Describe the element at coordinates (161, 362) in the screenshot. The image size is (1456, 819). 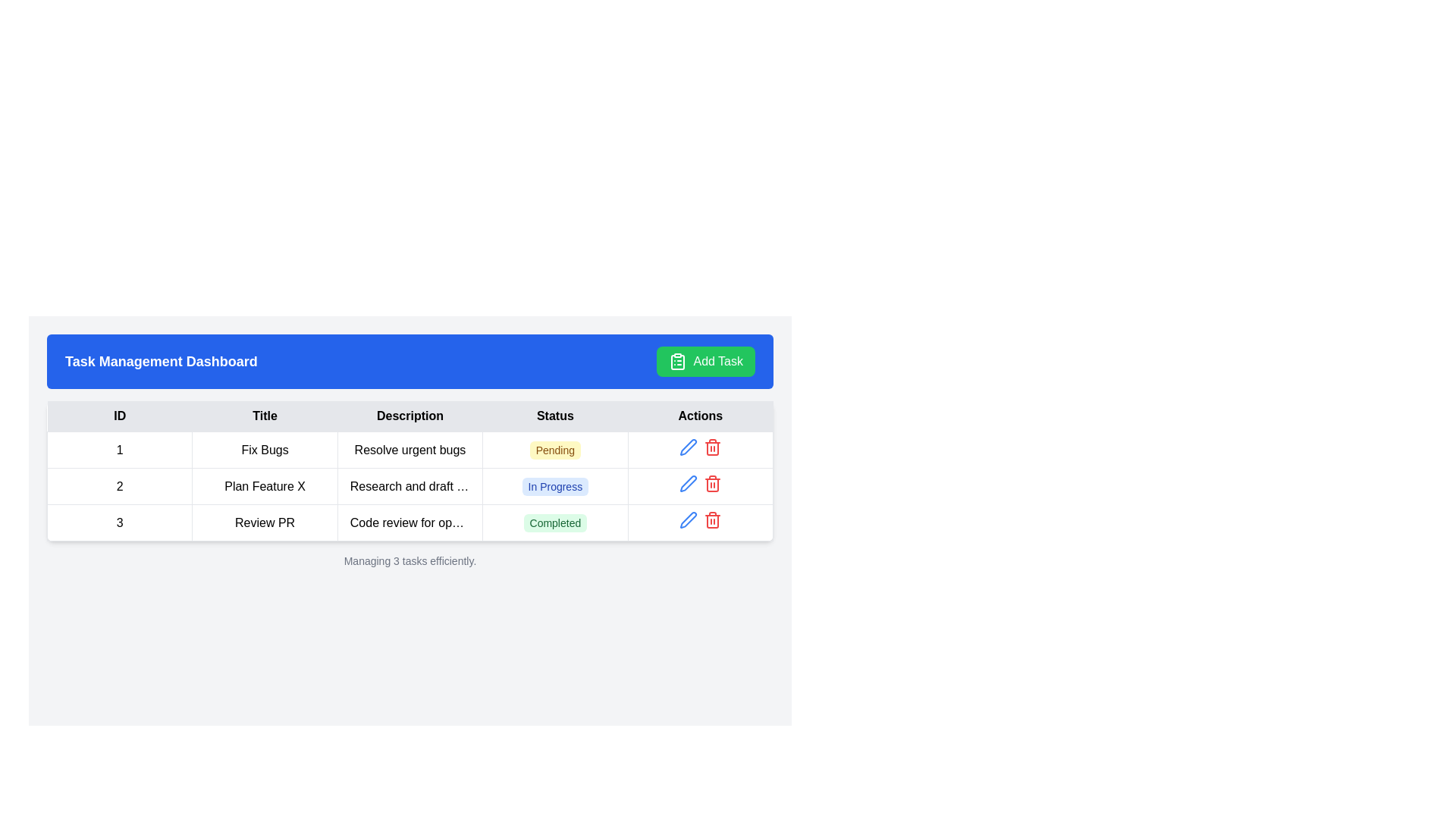
I see `text label that serves as the title or header for the task management dashboard, located in the middle-left of a blue banner at the top of the main content area` at that location.